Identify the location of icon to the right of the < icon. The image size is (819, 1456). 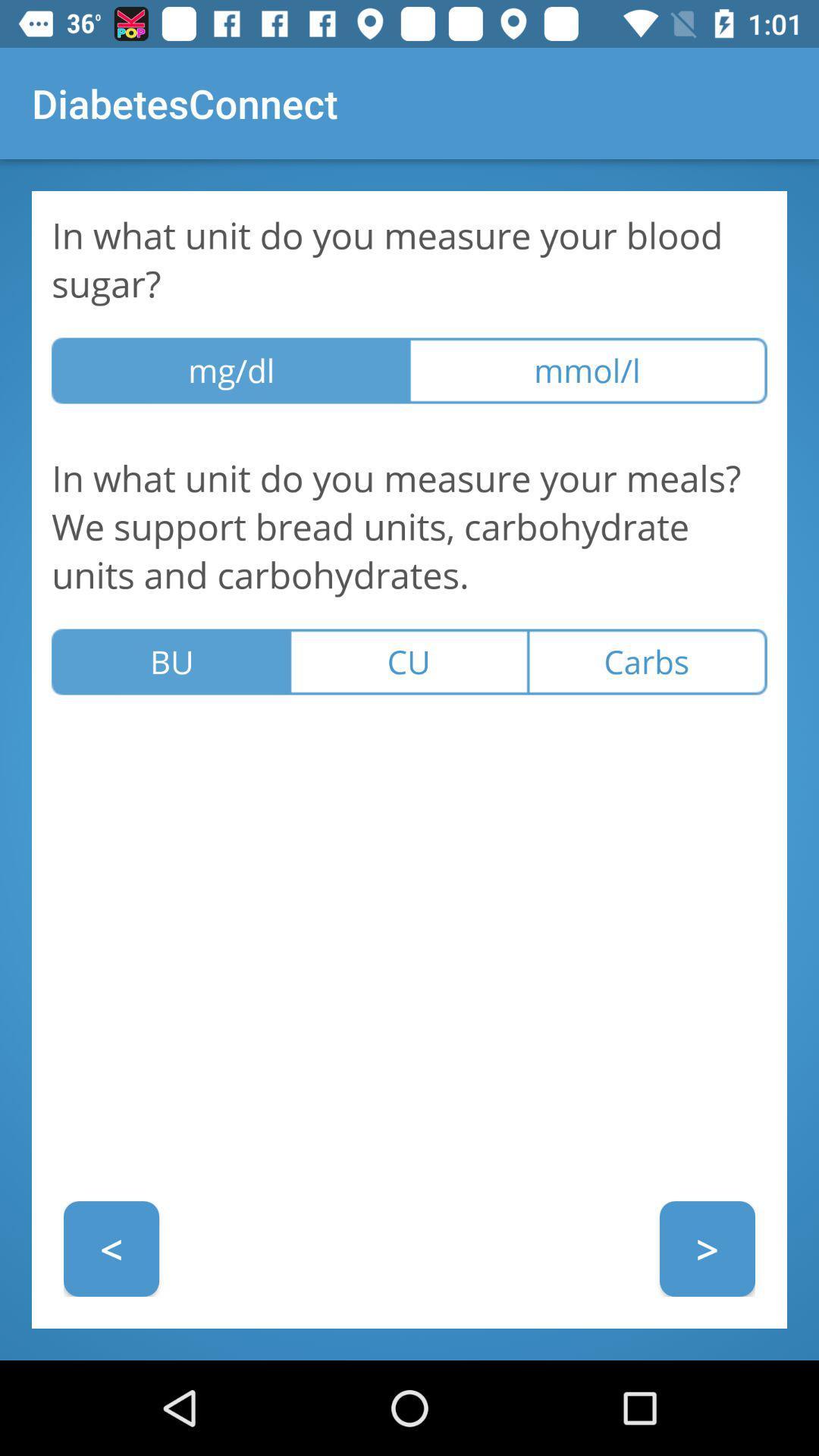
(708, 1248).